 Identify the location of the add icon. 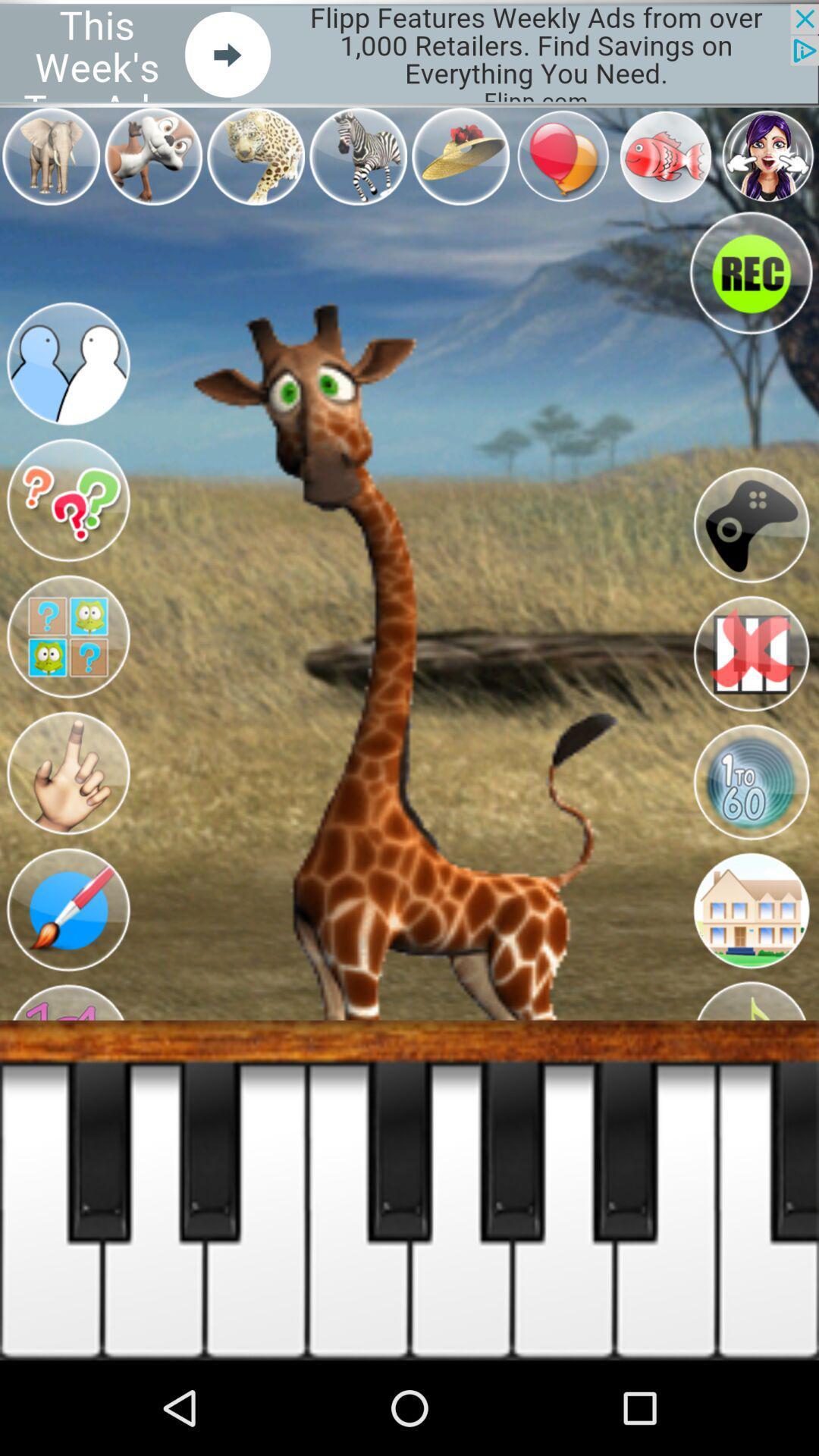
(67, 1266).